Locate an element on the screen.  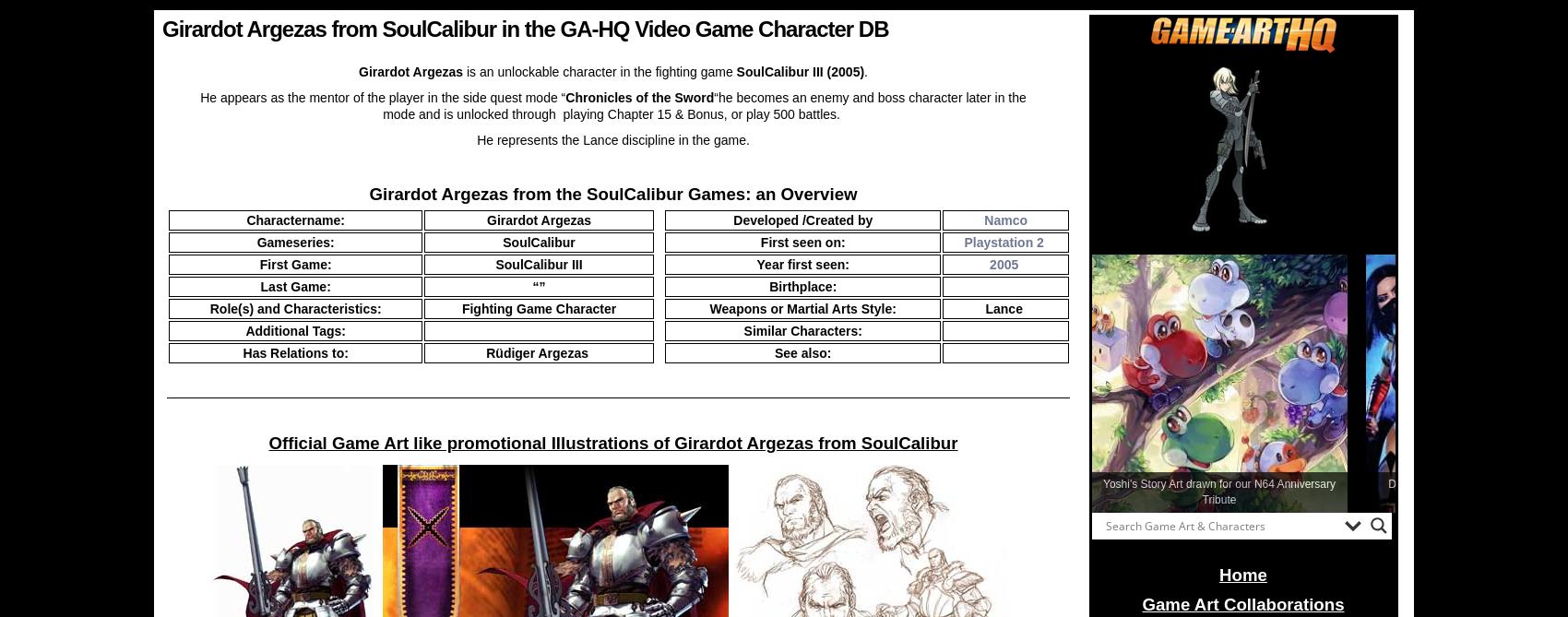
'Birthplace:' is located at coordinates (802, 287).